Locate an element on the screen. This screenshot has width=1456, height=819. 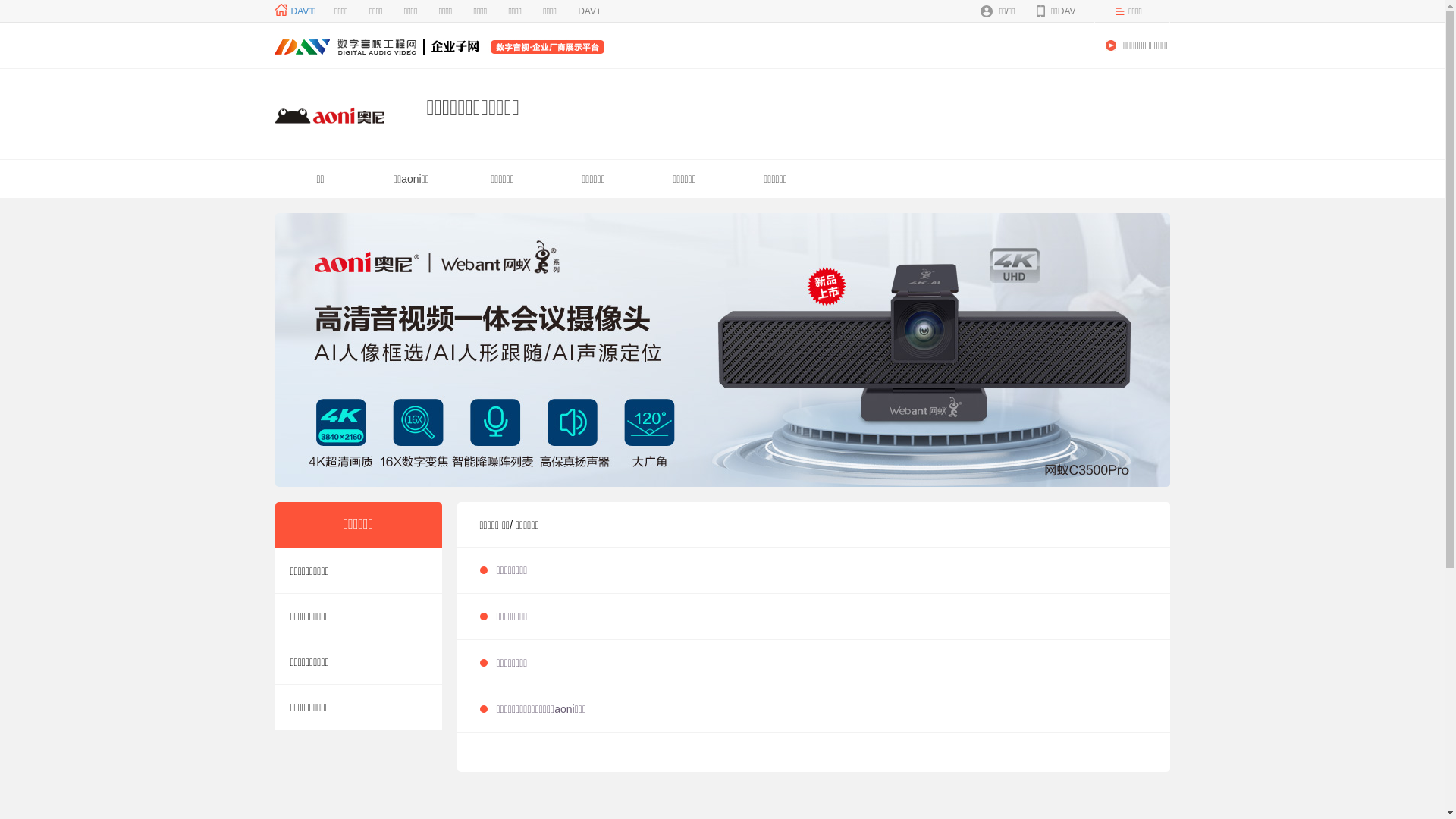
'DAV+' is located at coordinates (588, 11).